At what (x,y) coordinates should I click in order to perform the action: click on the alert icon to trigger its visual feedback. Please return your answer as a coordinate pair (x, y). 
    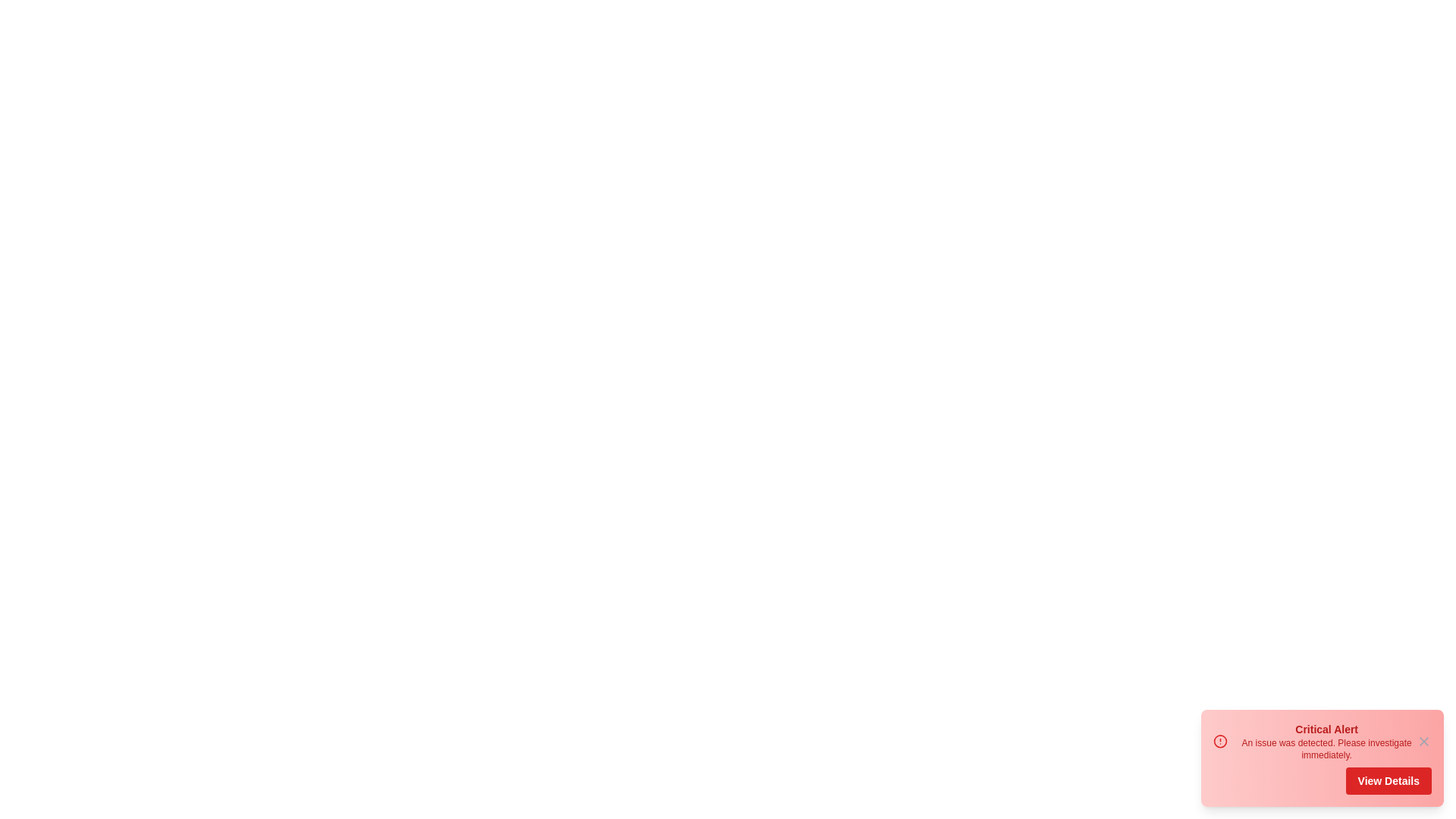
    Looking at the image, I should click on (1220, 741).